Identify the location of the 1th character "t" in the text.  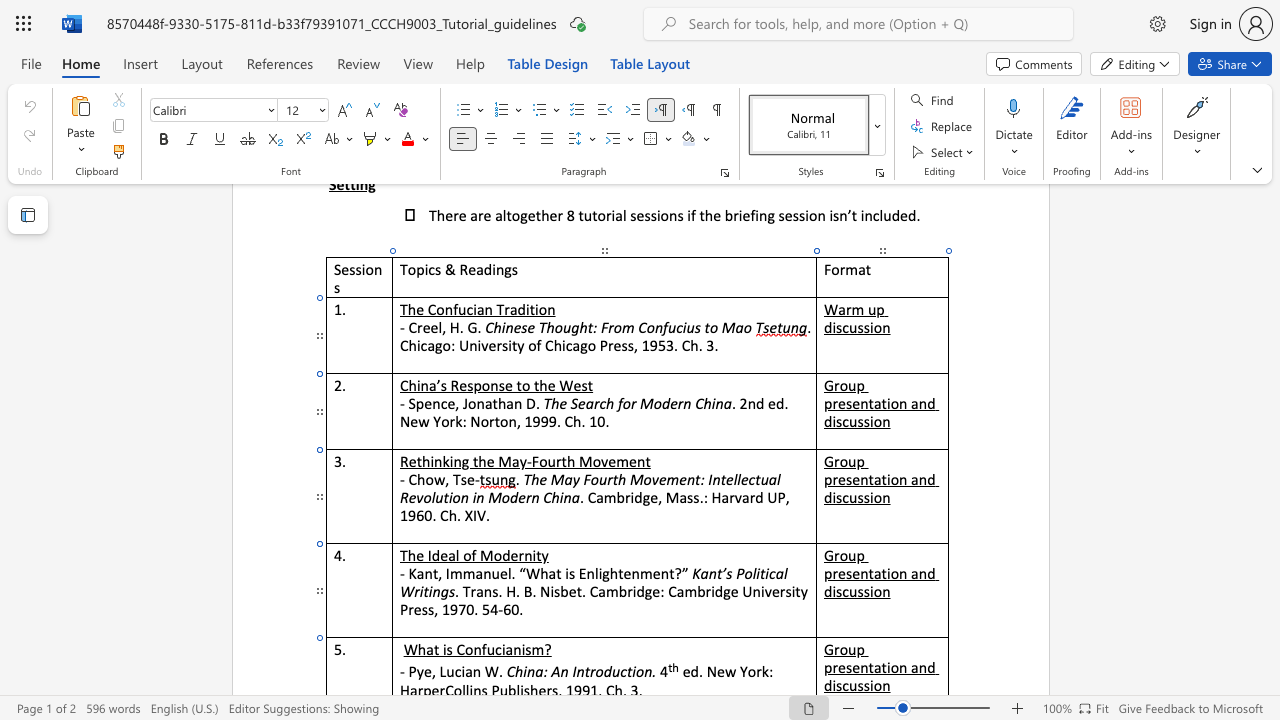
(435, 649).